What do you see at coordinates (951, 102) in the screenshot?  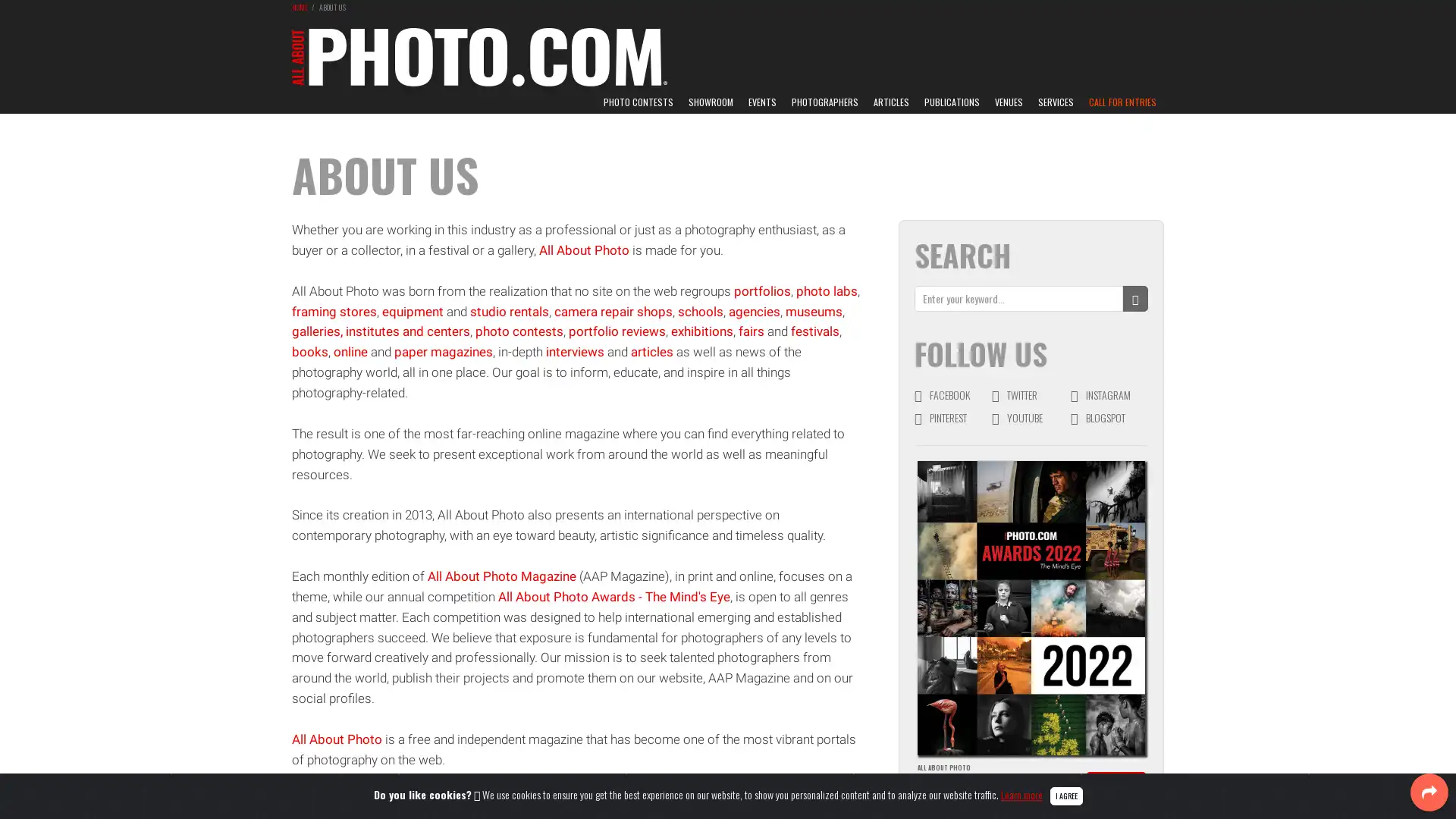 I see `PUBLICATIONS` at bounding box center [951, 102].